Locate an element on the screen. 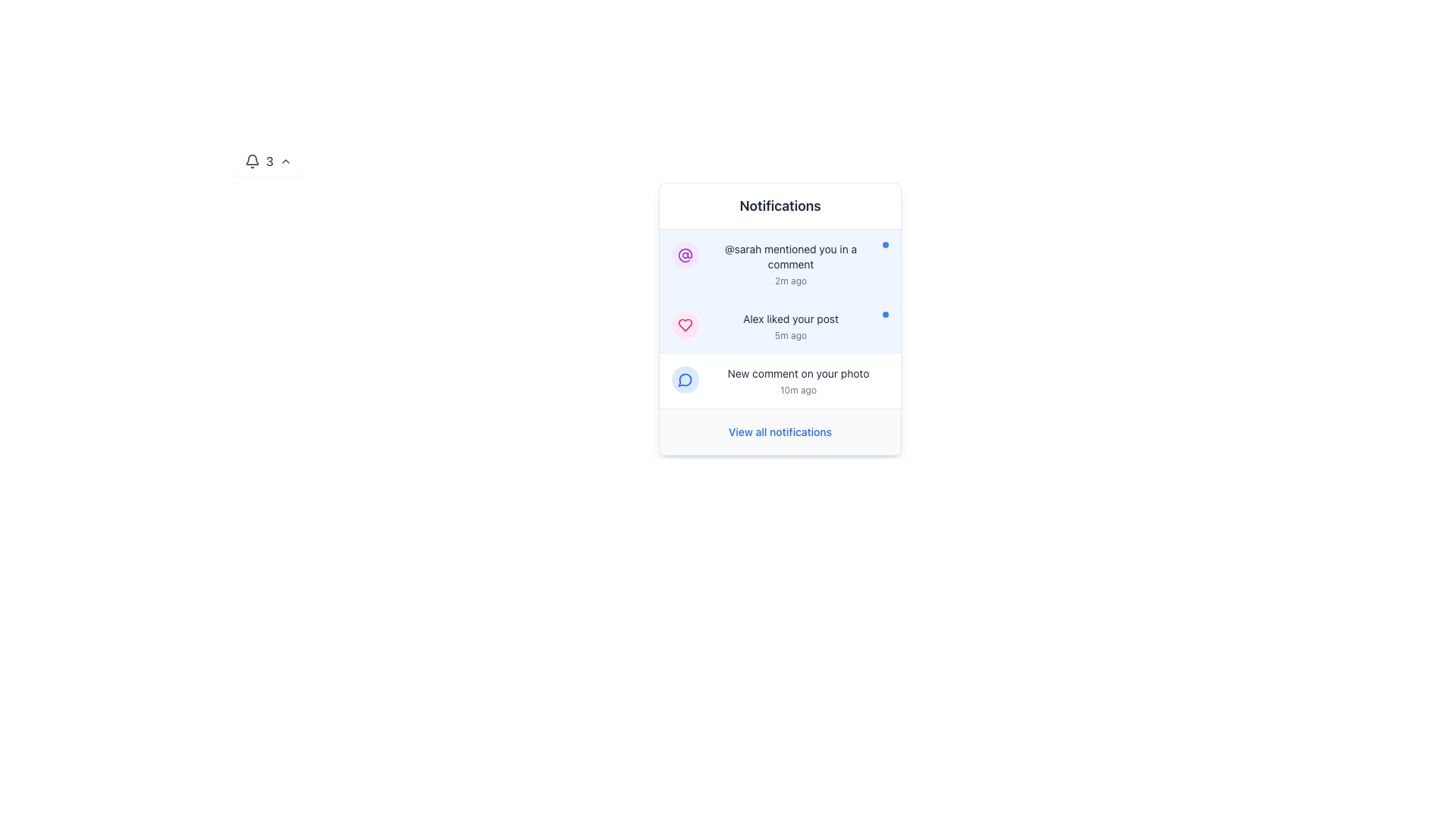 The height and width of the screenshot is (819, 1456). individual notifications in the scrollable list located below the 'Notifications' title is located at coordinates (780, 318).